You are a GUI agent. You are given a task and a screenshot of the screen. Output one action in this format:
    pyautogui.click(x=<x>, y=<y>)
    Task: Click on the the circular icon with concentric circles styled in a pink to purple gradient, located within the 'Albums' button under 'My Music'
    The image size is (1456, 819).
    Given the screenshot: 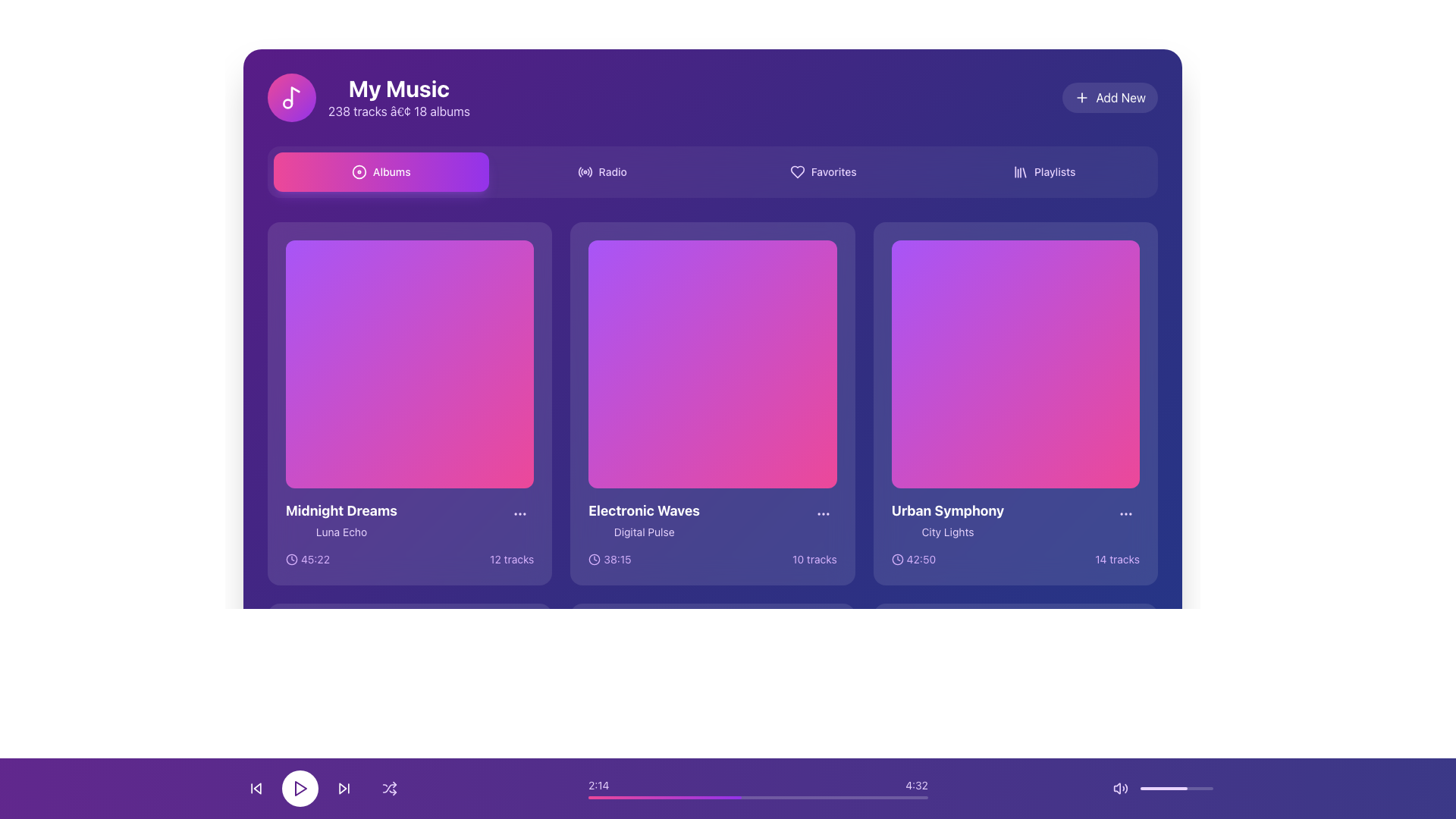 What is the action you would take?
    pyautogui.click(x=358, y=171)
    